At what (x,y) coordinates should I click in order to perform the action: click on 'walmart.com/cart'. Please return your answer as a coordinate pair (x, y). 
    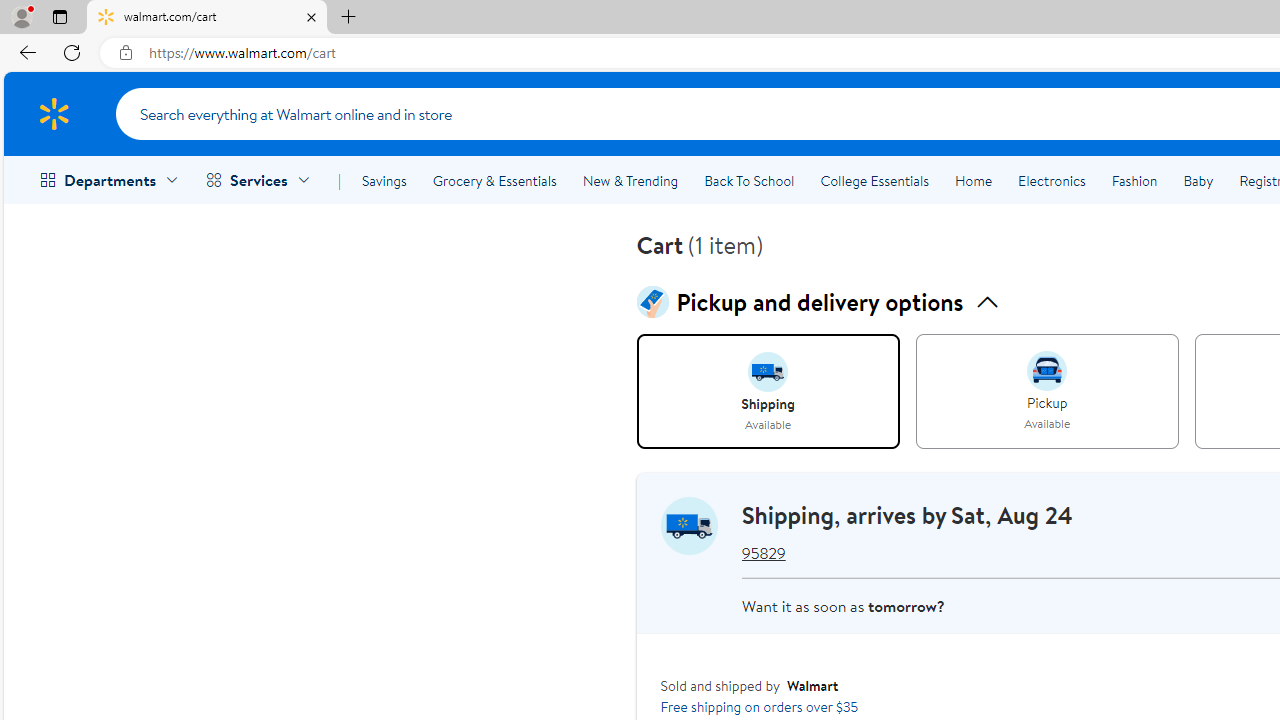
    Looking at the image, I should click on (207, 17).